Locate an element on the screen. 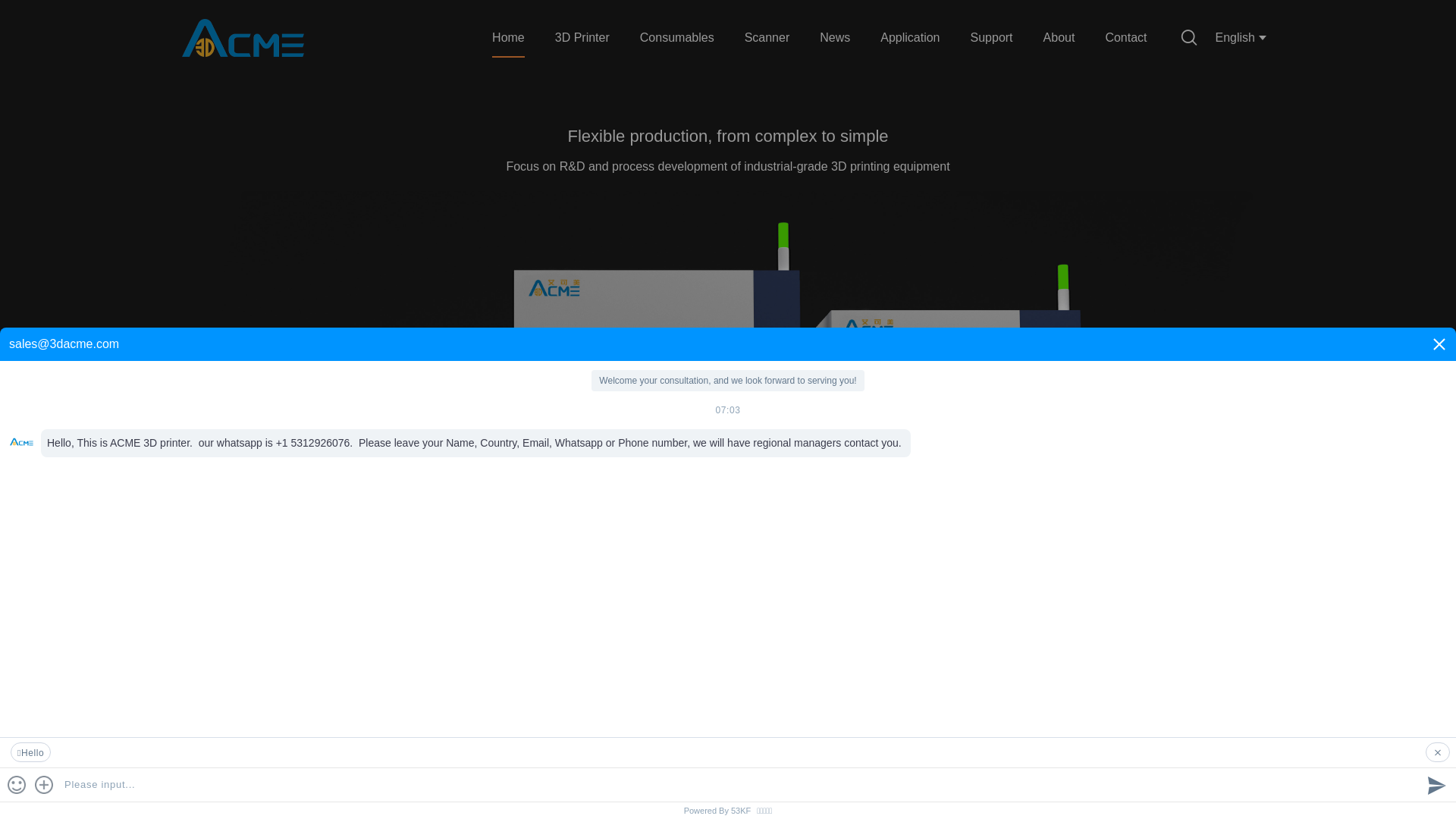 This screenshot has height=819, width=1456. 'News' is located at coordinates (833, 37).